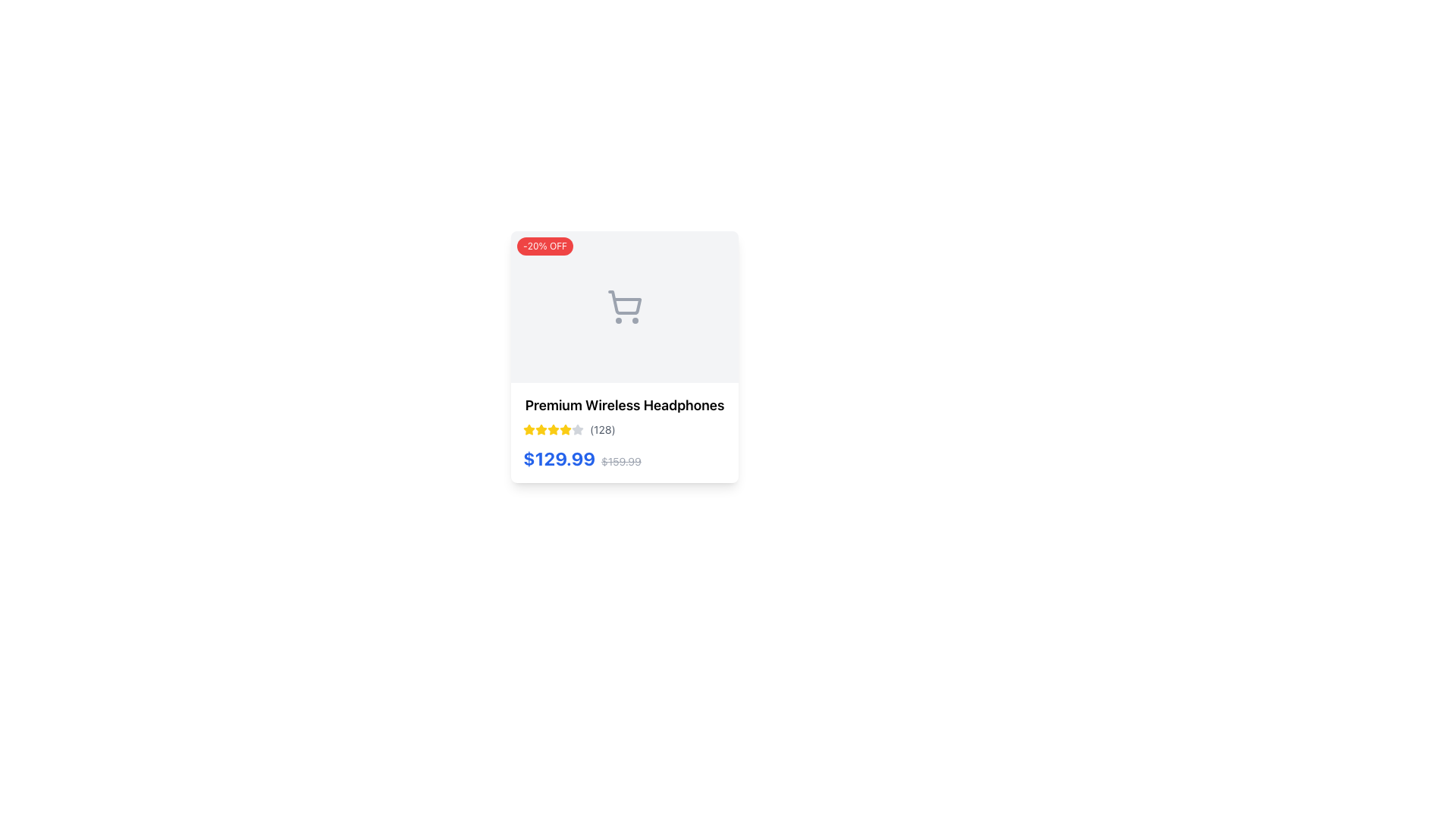 The height and width of the screenshot is (819, 1456). I want to click on the third star icon in the 5-star rating system located below the product title, which indicates a selection or rating level, so click(564, 429).